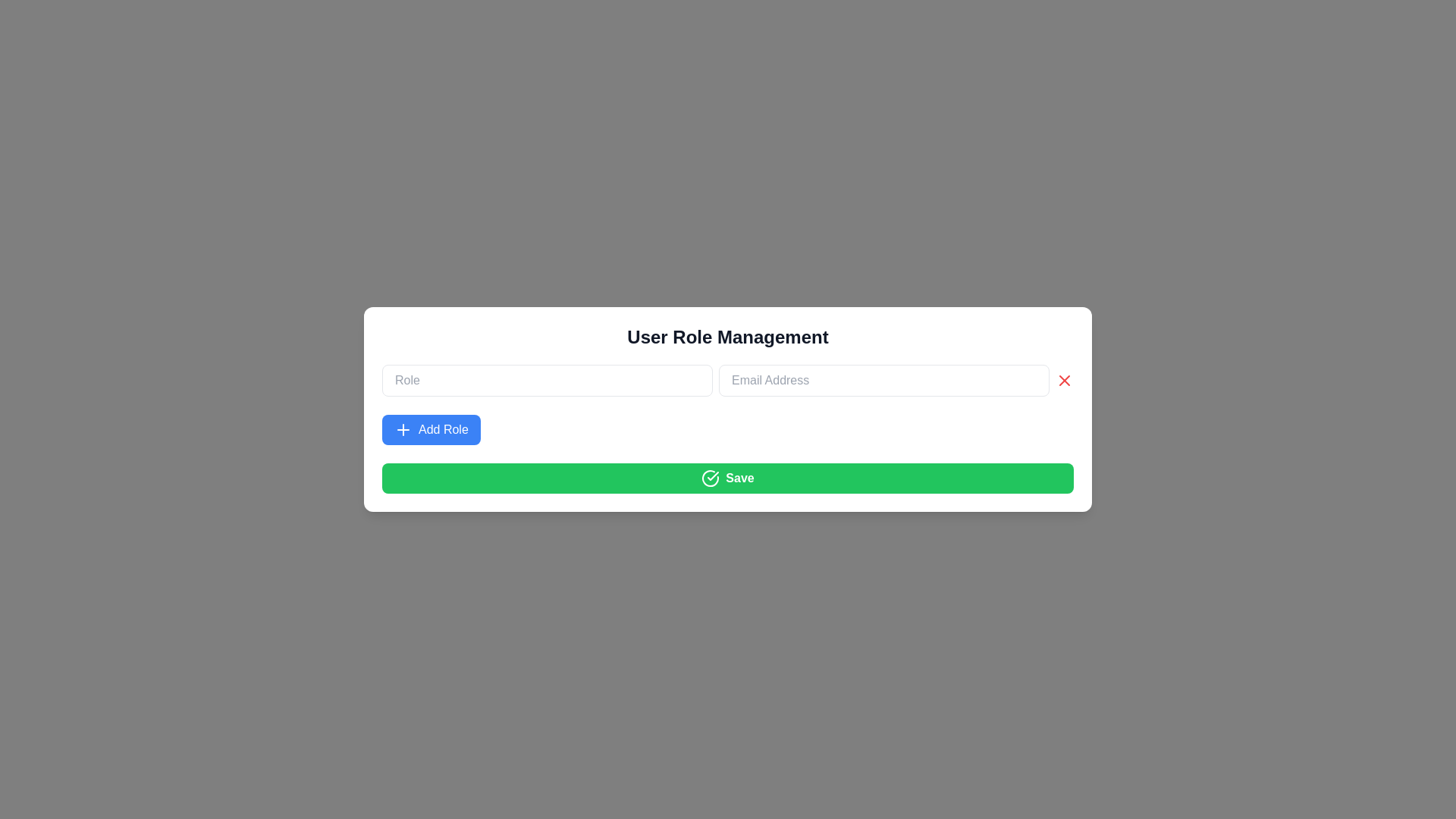  What do you see at coordinates (430, 430) in the screenshot?
I see `the 'Add Role' button located below the 'Role' text input field and above the green 'Save' button` at bounding box center [430, 430].